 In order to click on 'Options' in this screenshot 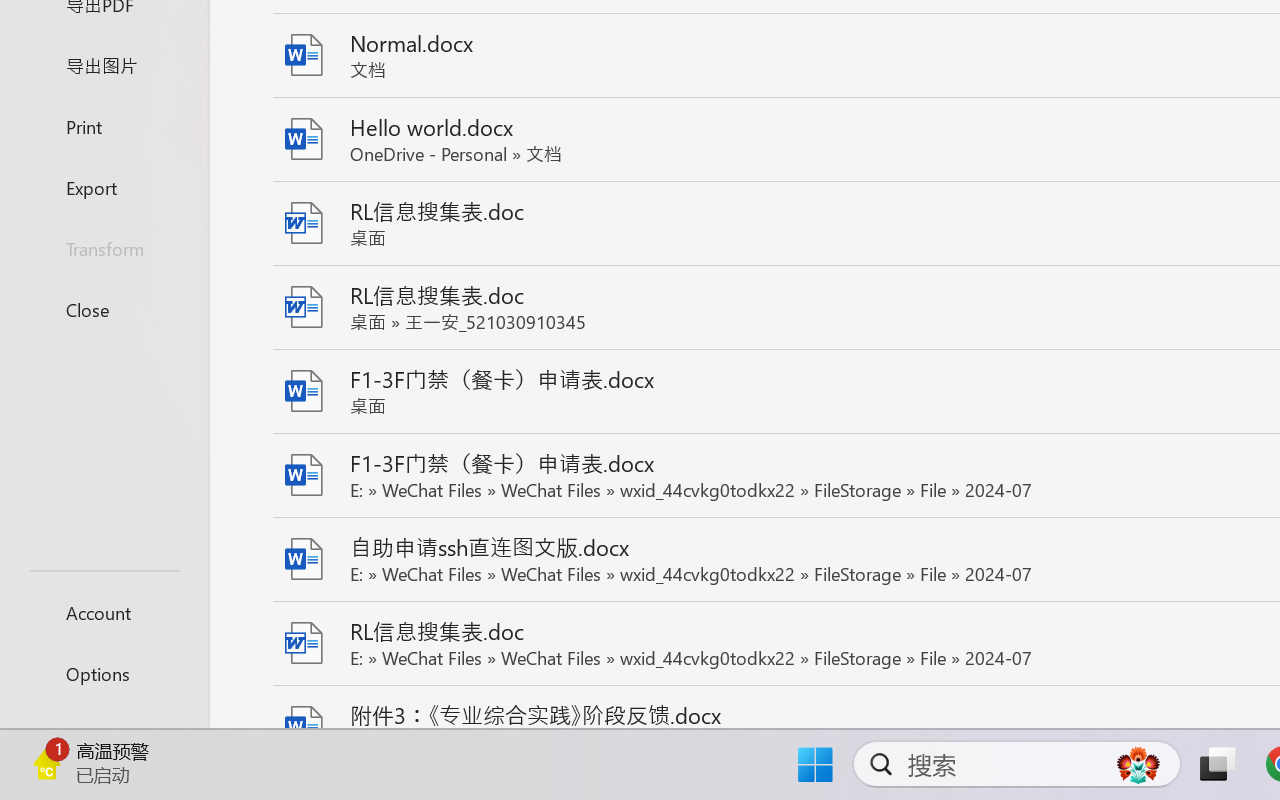, I will do `click(103, 673)`.